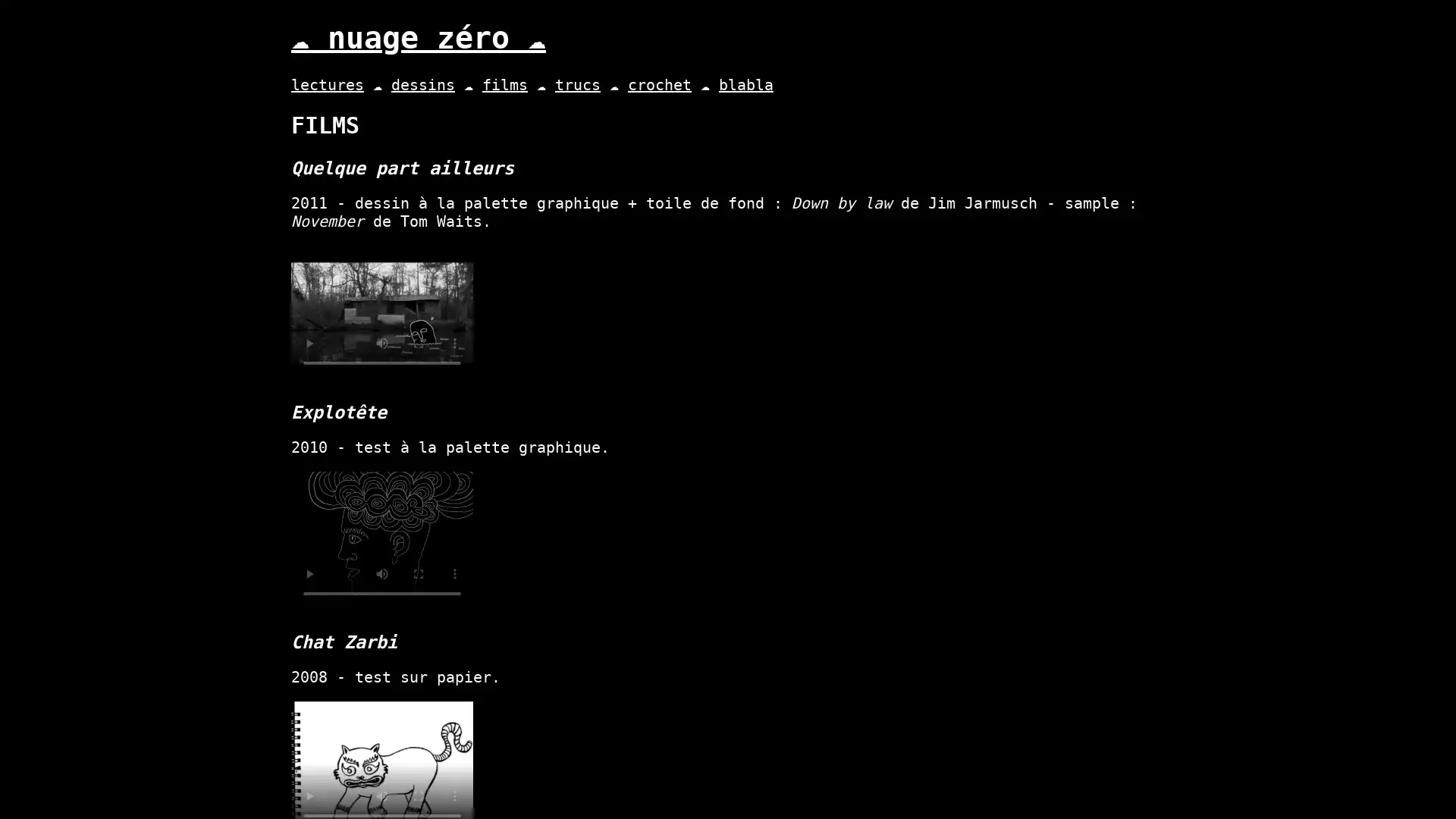 The width and height of the screenshot is (1456, 819). Describe the element at coordinates (382, 343) in the screenshot. I see `mute` at that location.